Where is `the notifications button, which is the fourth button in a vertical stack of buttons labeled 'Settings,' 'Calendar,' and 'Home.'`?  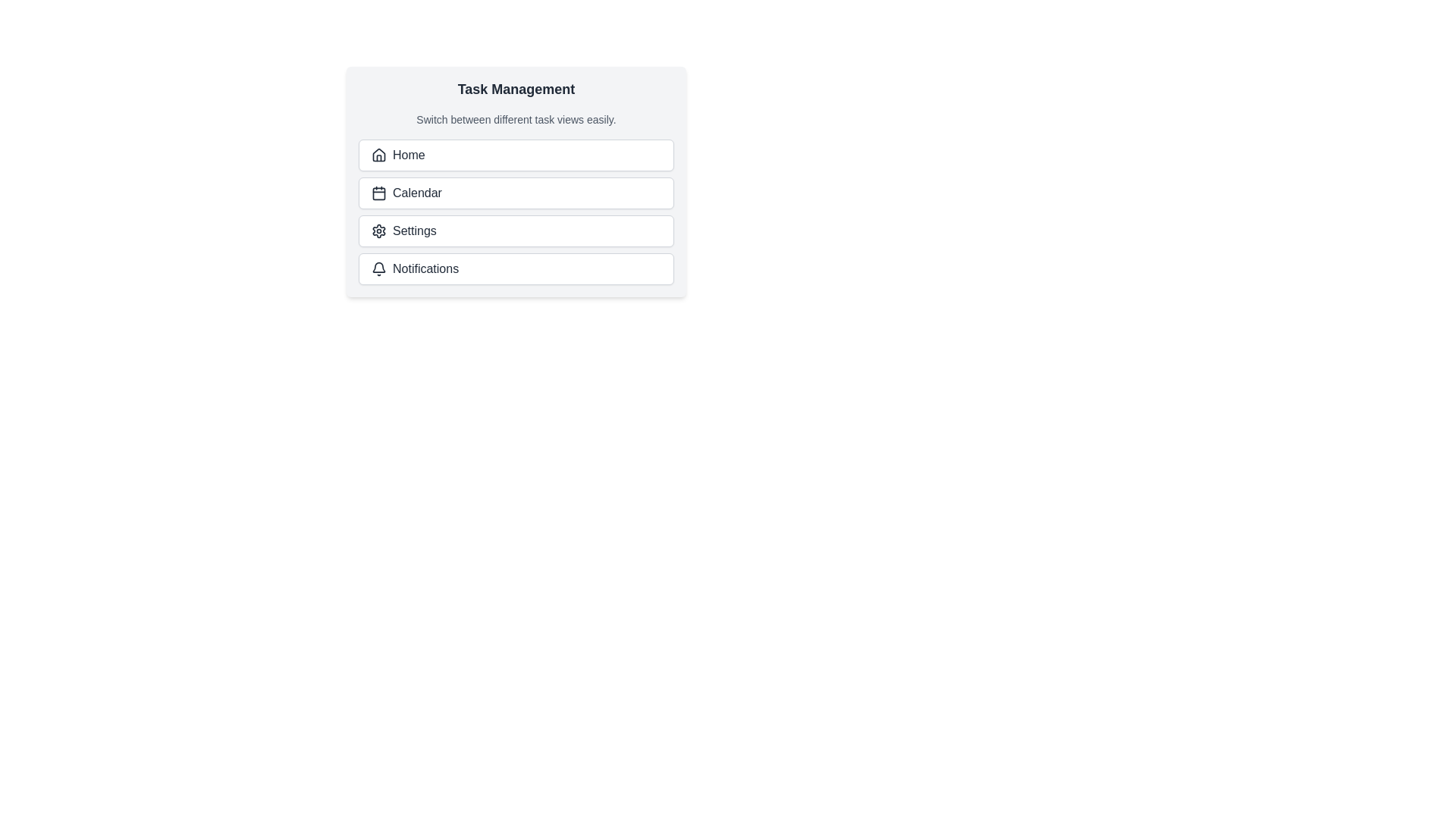 the notifications button, which is the fourth button in a vertical stack of buttons labeled 'Settings,' 'Calendar,' and 'Home.' is located at coordinates (516, 268).